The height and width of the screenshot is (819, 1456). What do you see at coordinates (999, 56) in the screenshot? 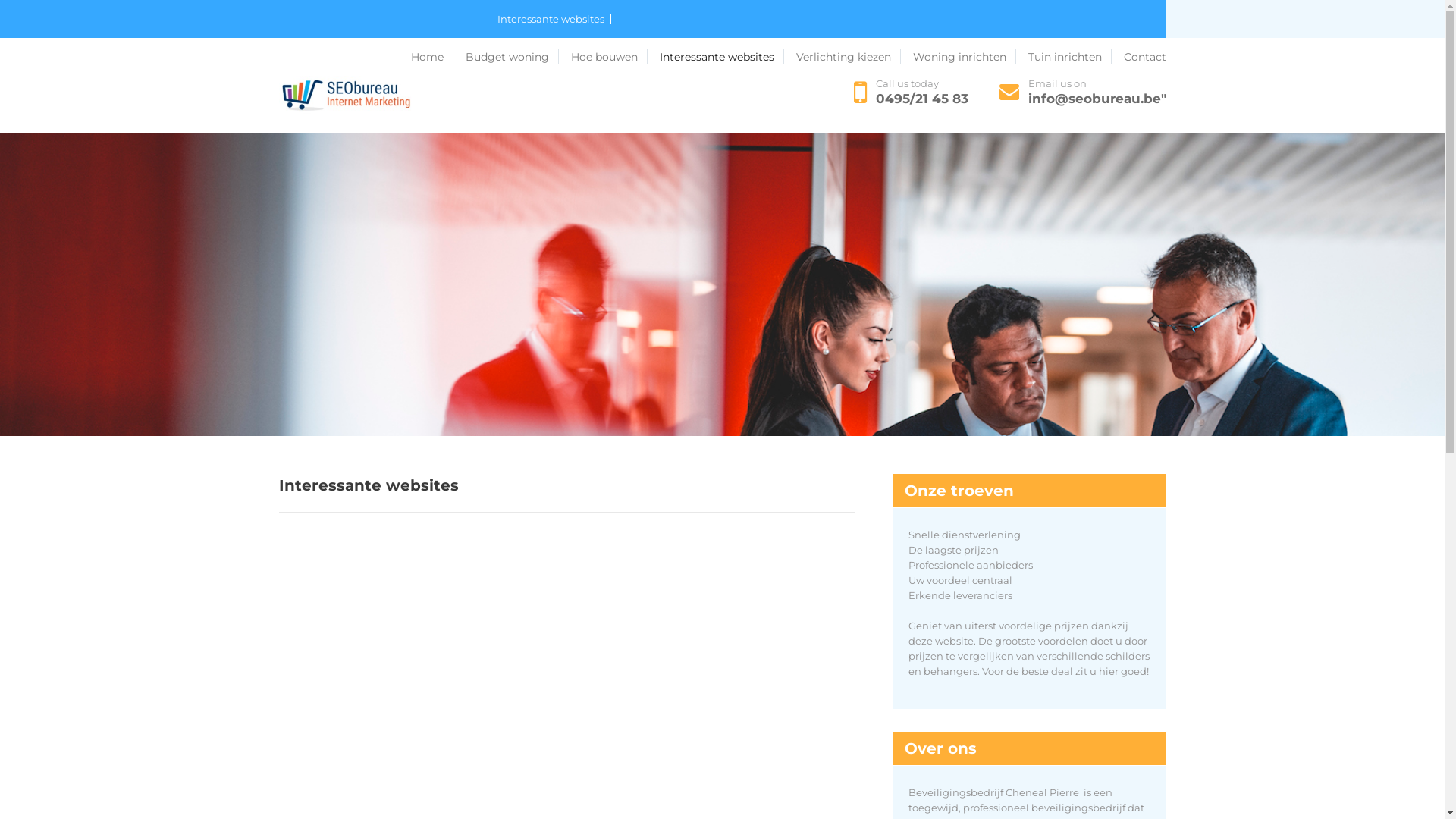
I see `'Woning inrichten'` at bounding box center [999, 56].